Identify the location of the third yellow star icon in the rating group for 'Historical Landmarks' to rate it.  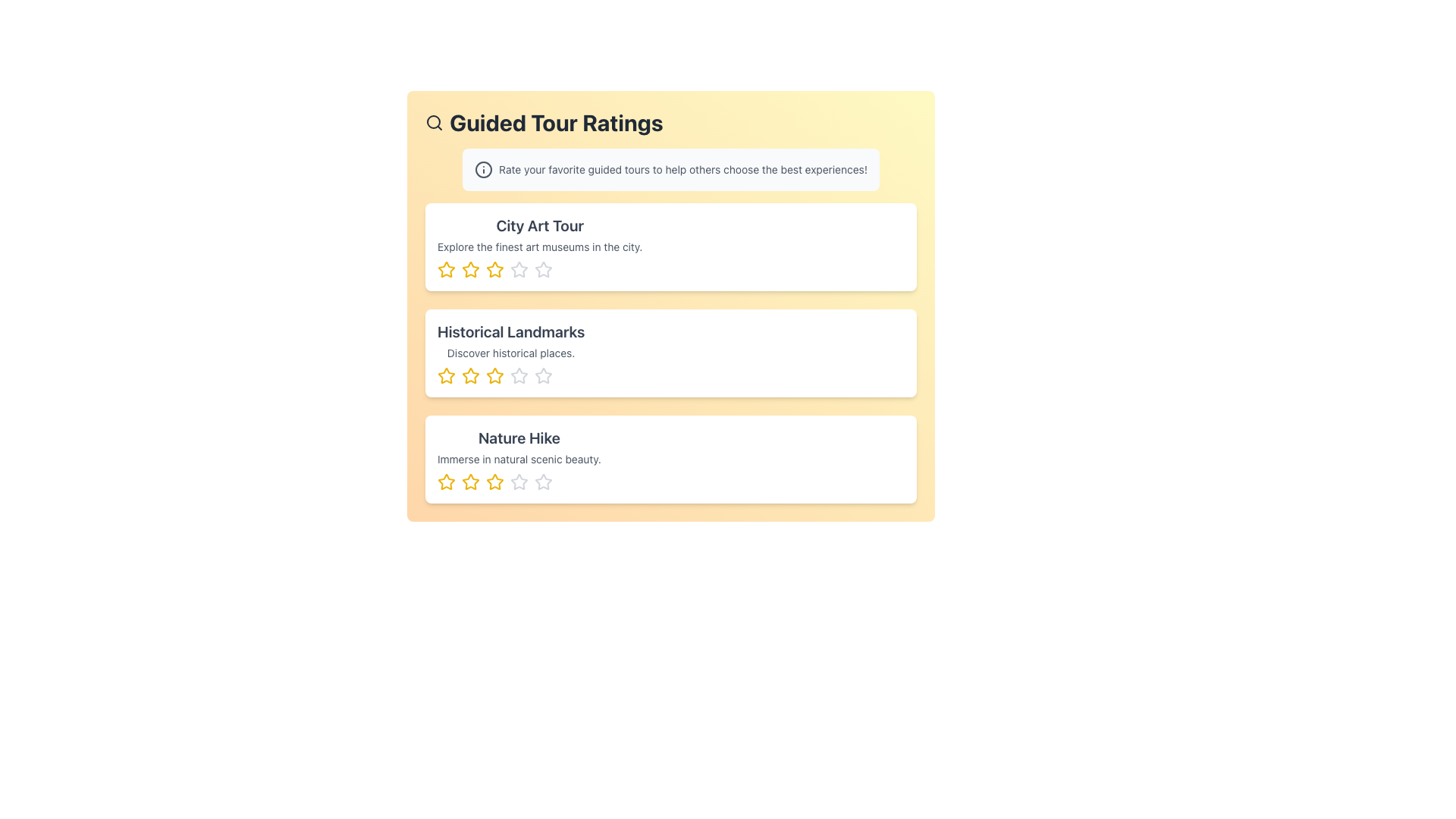
(494, 375).